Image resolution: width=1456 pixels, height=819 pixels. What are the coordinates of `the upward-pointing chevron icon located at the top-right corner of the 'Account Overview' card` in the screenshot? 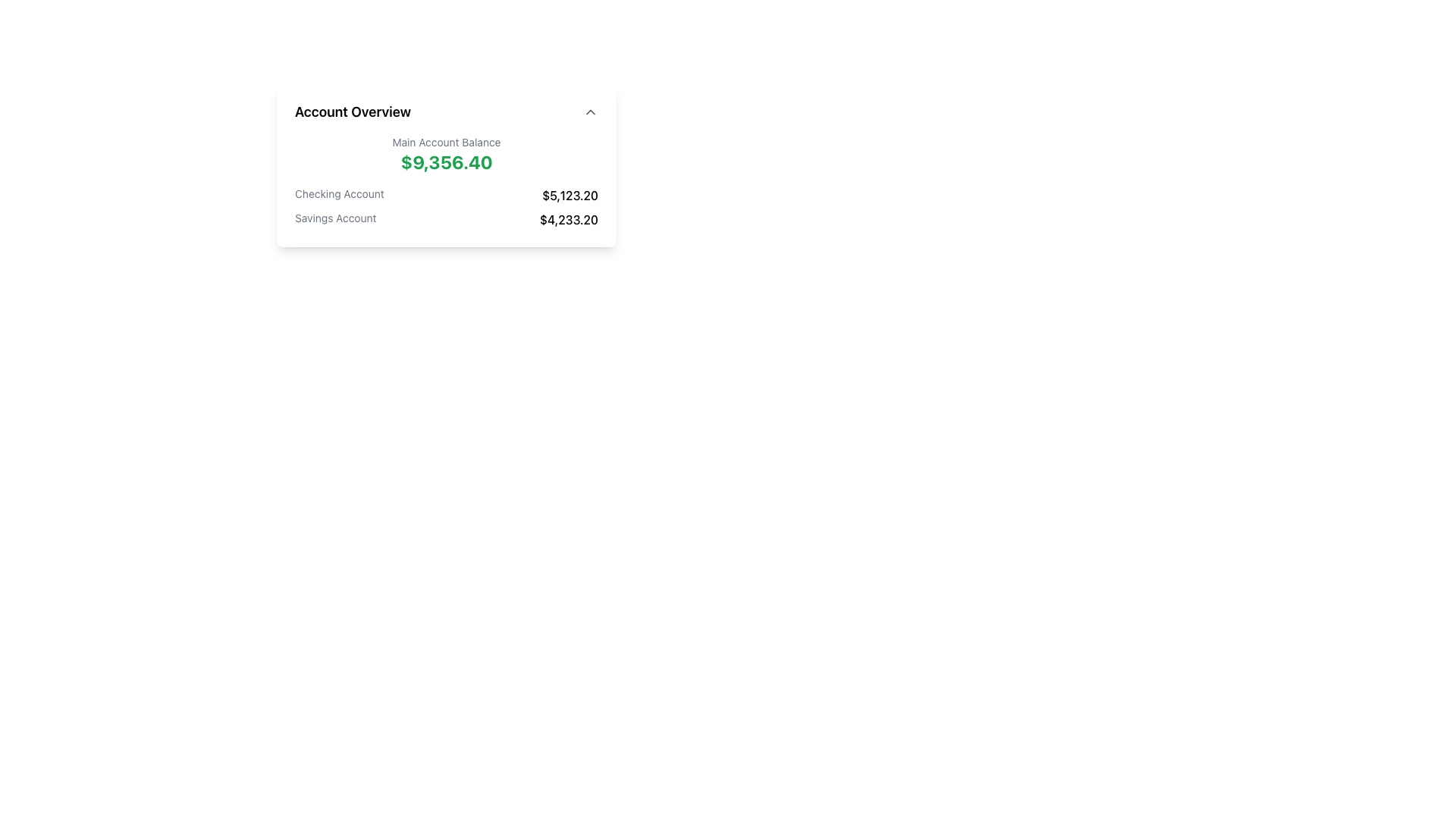 It's located at (589, 111).